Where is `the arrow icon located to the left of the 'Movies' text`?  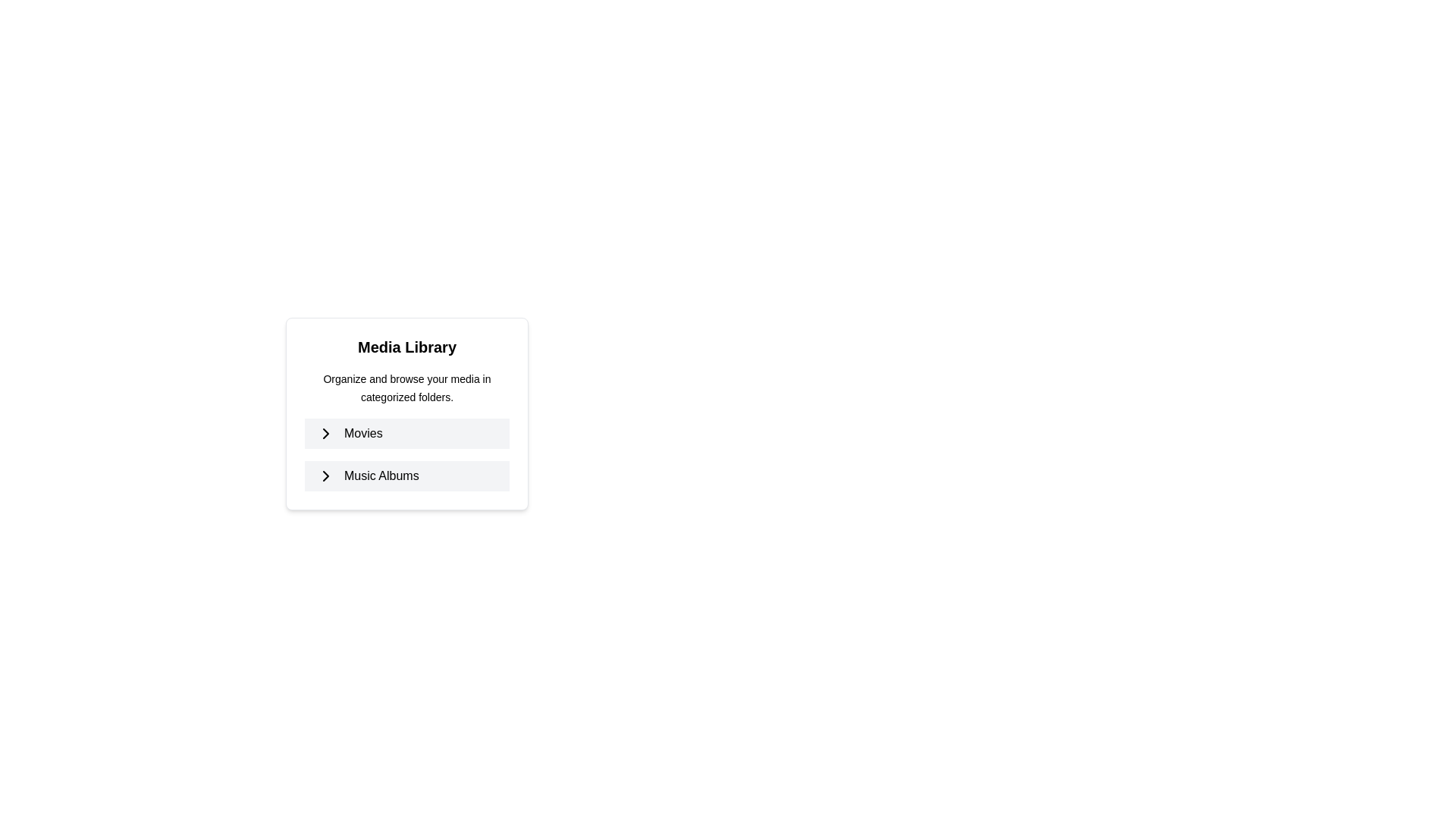
the arrow icon located to the left of the 'Movies' text is located at coordinates (325, 433).